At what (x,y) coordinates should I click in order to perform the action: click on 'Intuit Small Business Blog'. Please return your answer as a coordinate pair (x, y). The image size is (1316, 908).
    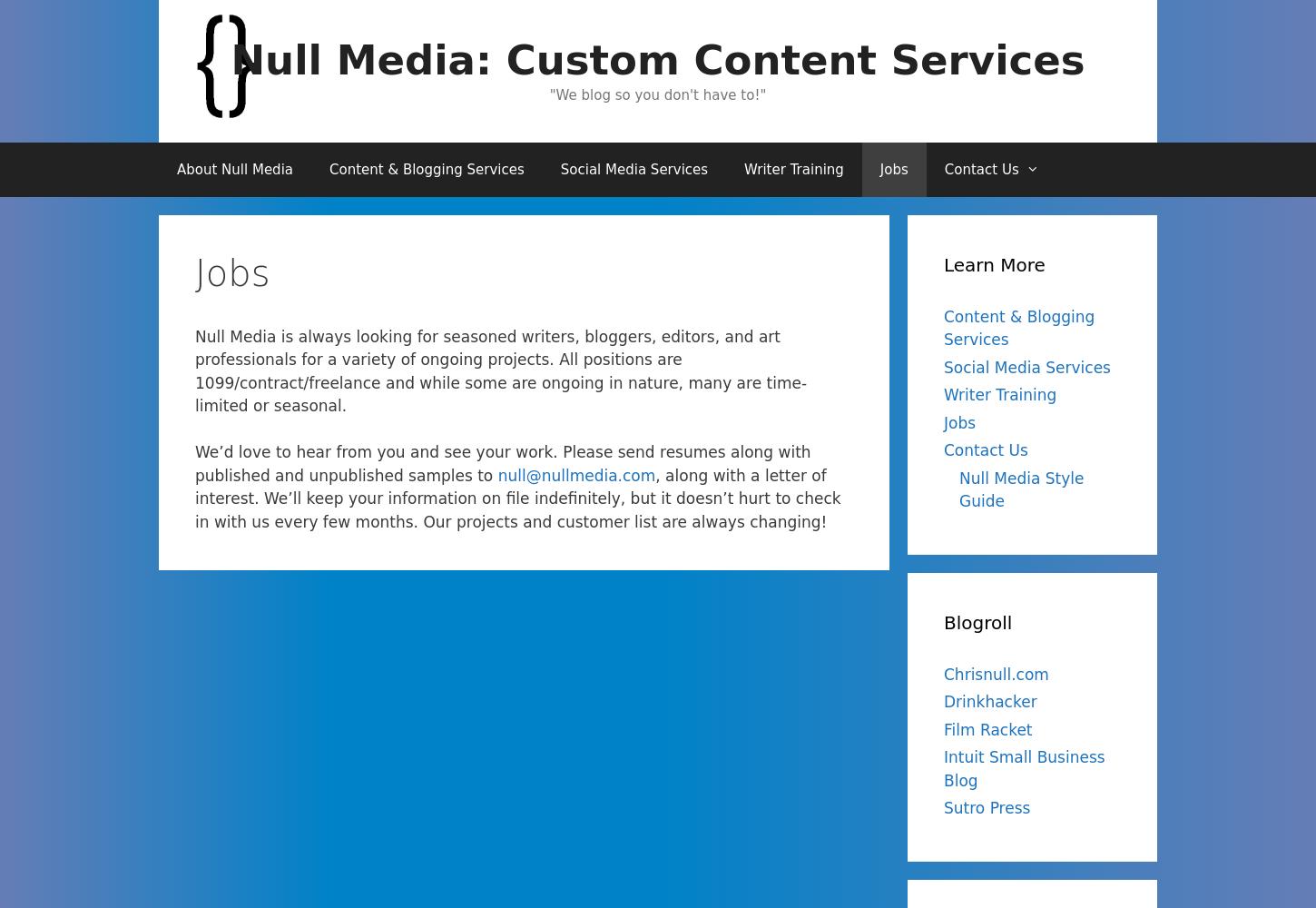
    Looking at the image, I should click on (1023, 767).